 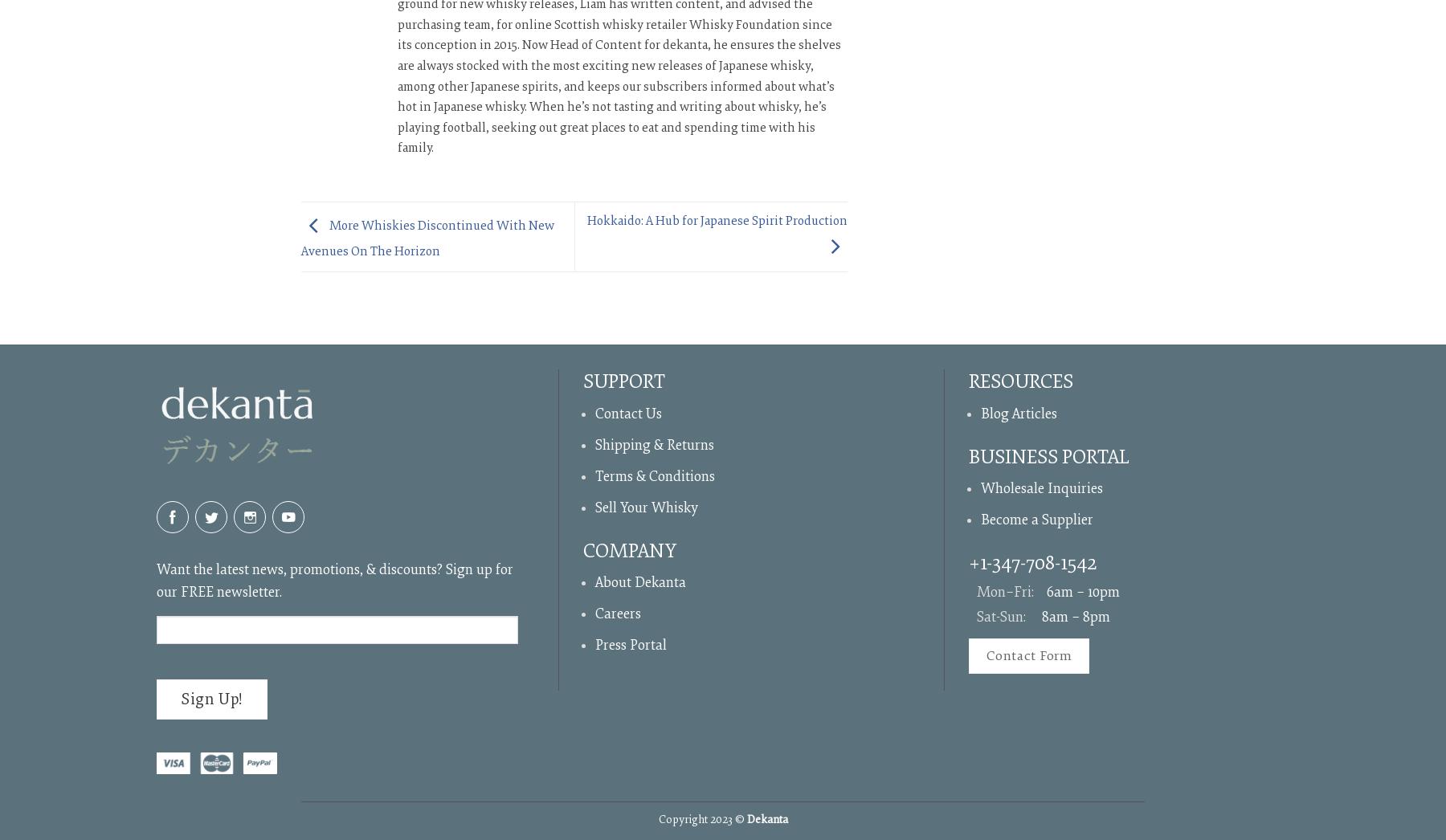 I want to click on 'Hokkaido: A Hub for Japanese Spirit Production', so click(x=717, y=220).